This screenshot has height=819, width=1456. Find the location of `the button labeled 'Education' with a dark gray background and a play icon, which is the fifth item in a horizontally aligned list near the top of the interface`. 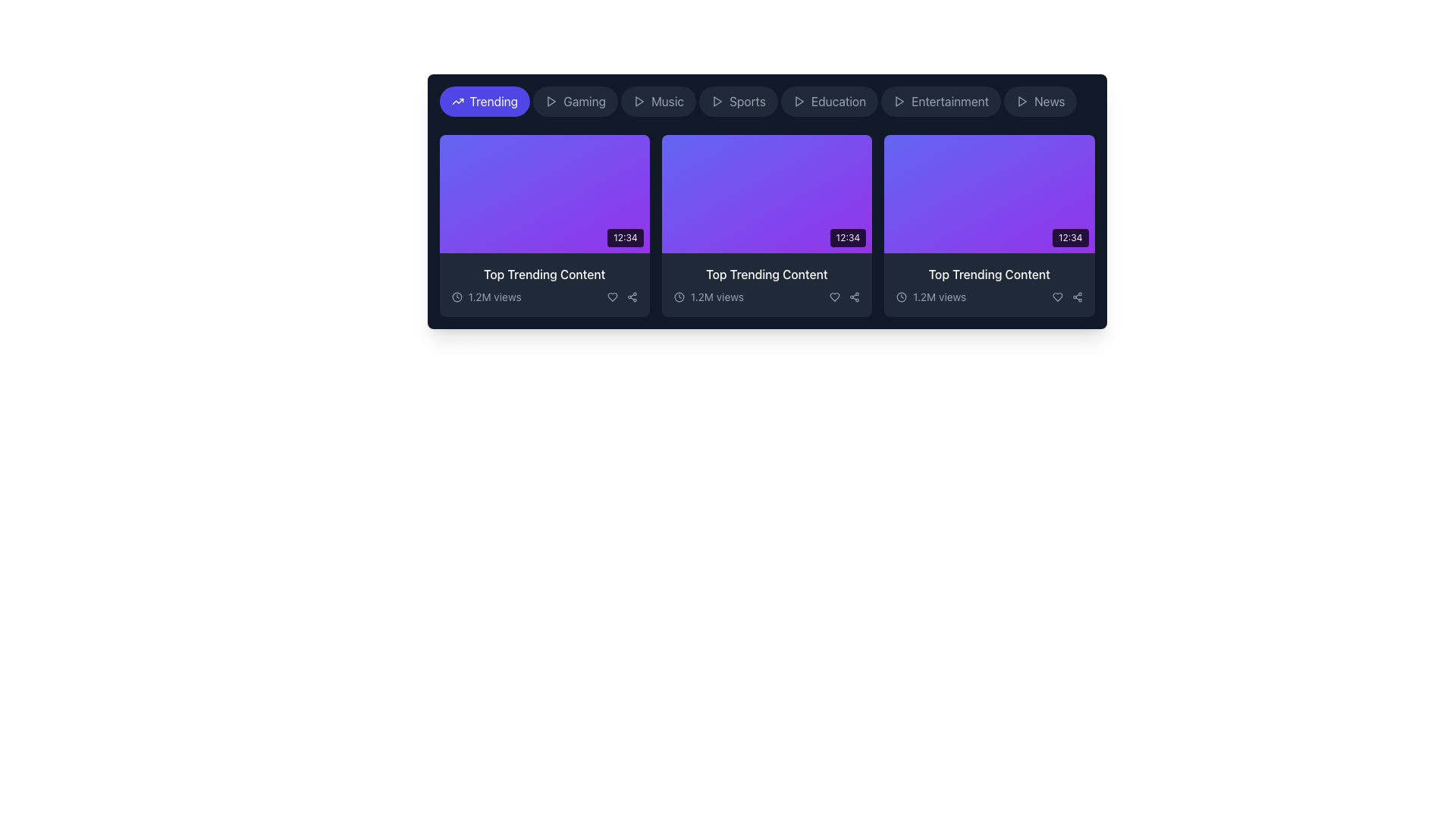

the button labeled 'Education' with a dark gray background and a play icon, which is the fifth item in a horizontally aligned list near the top of the interface is located at coordinates (829, 102).